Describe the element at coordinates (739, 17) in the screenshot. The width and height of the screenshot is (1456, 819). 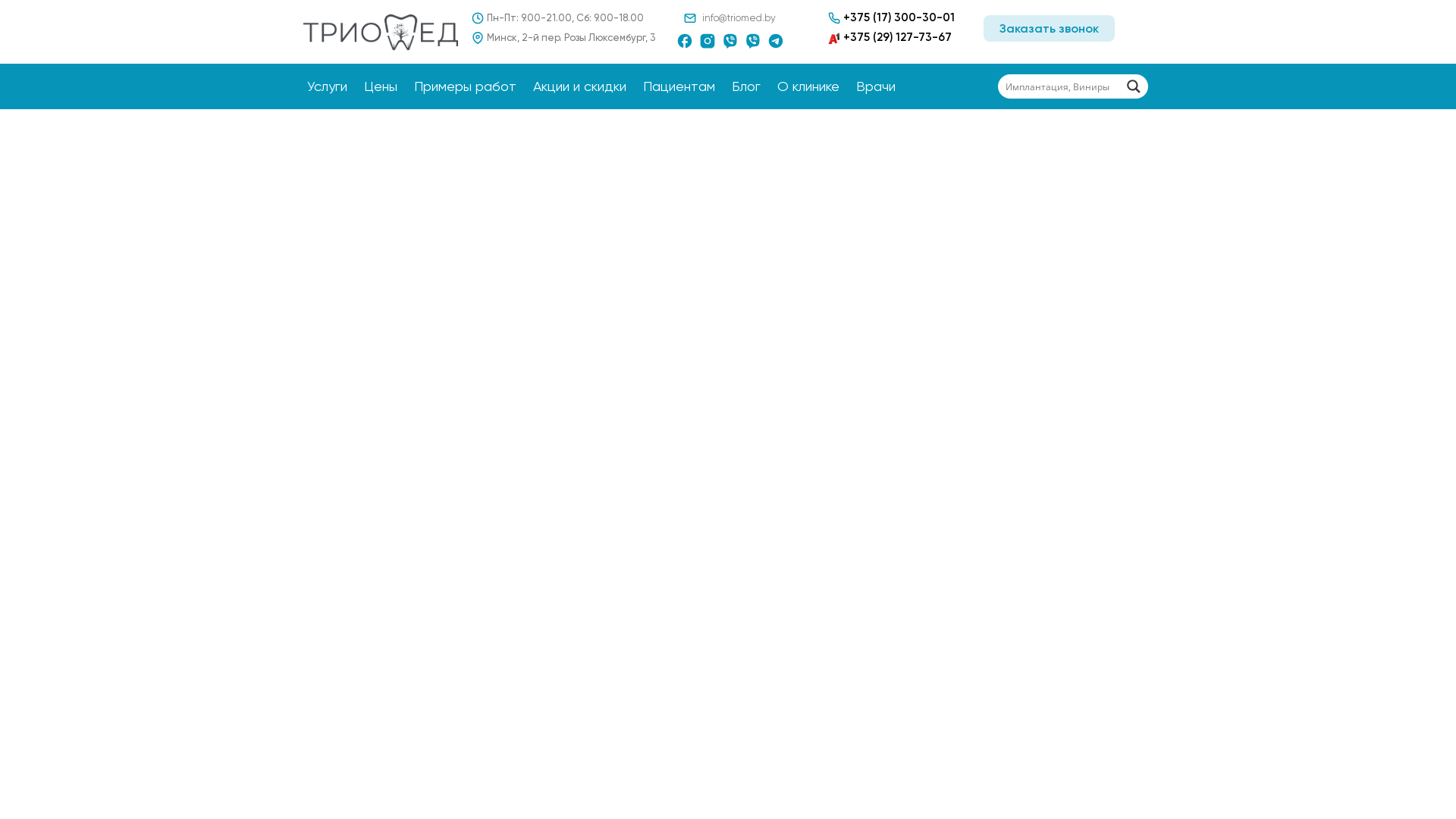
I see `'info@triomed.by'` at that location.